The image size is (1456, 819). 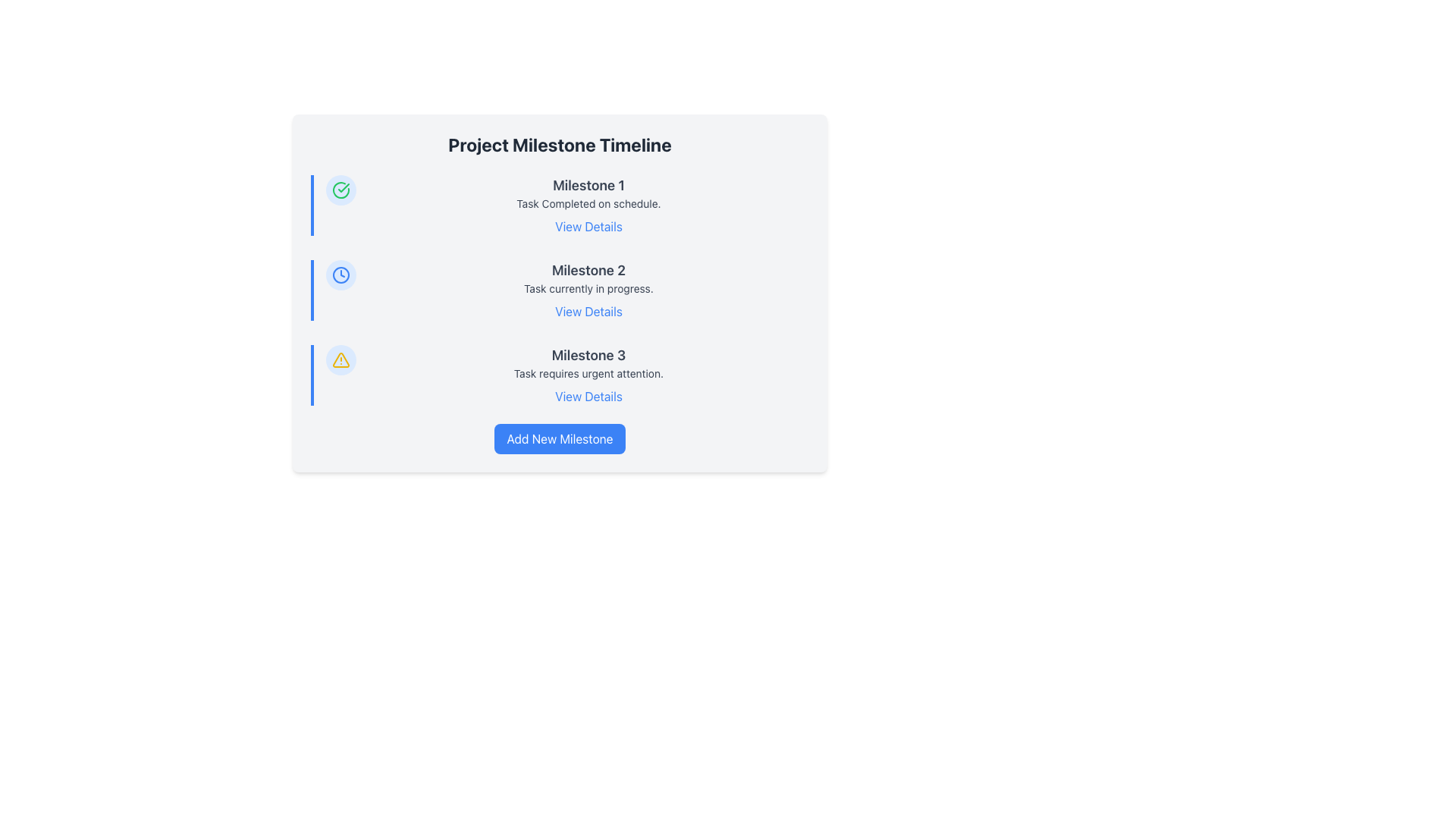 What do you see at coordinates (588, 290) in the screenshot?
I see `text from the second milestone element, which displays 'Milestone 2' and 'Task currently in progress.'` at bounding box center [588, 290].